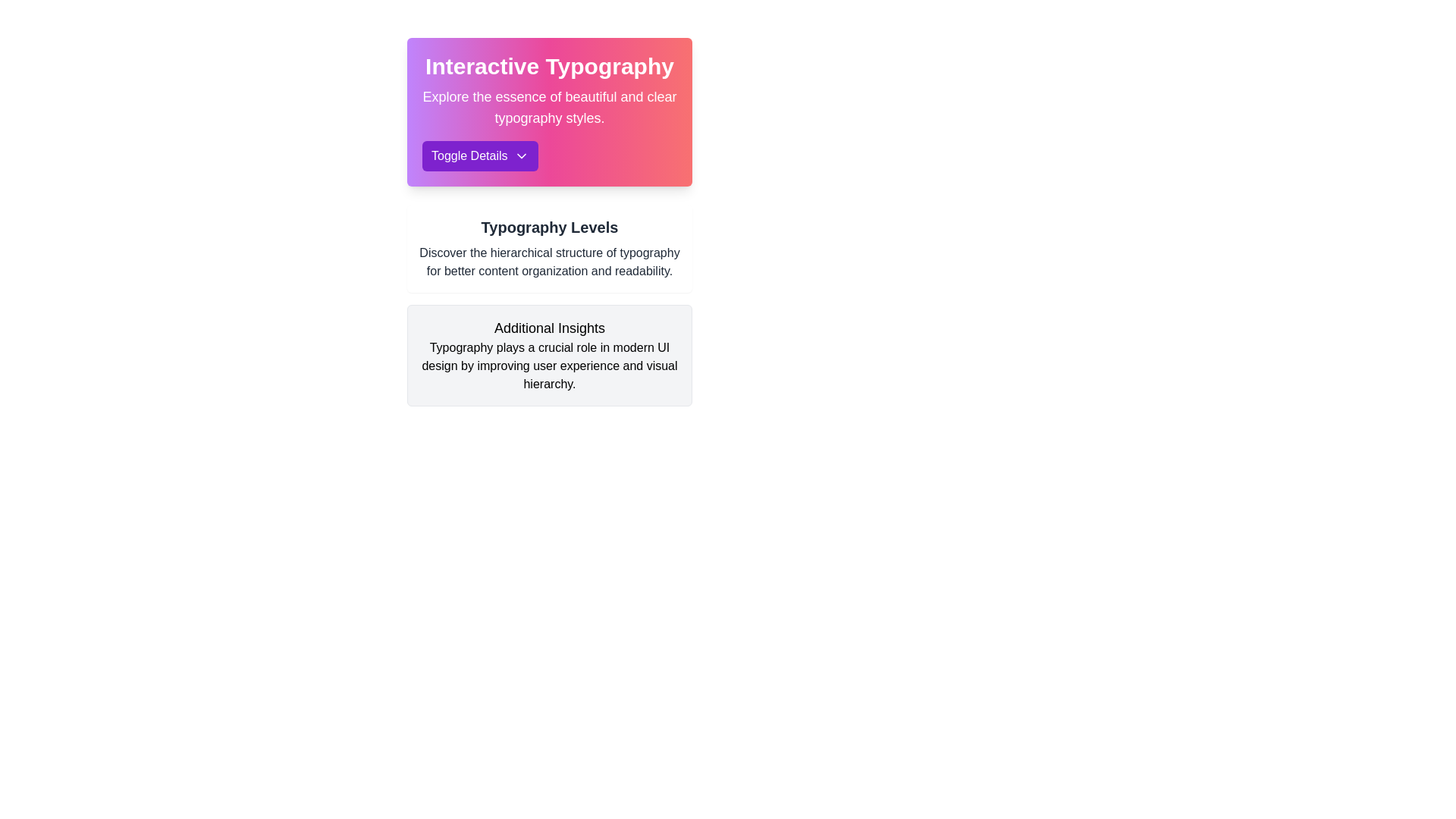  Describe the element at coordinates (469, 155) in the screenshot. I see `the 'Toggle Details' text label within the button that has rounded edges and is located below the heading 'Interactive Typography'` at that location.